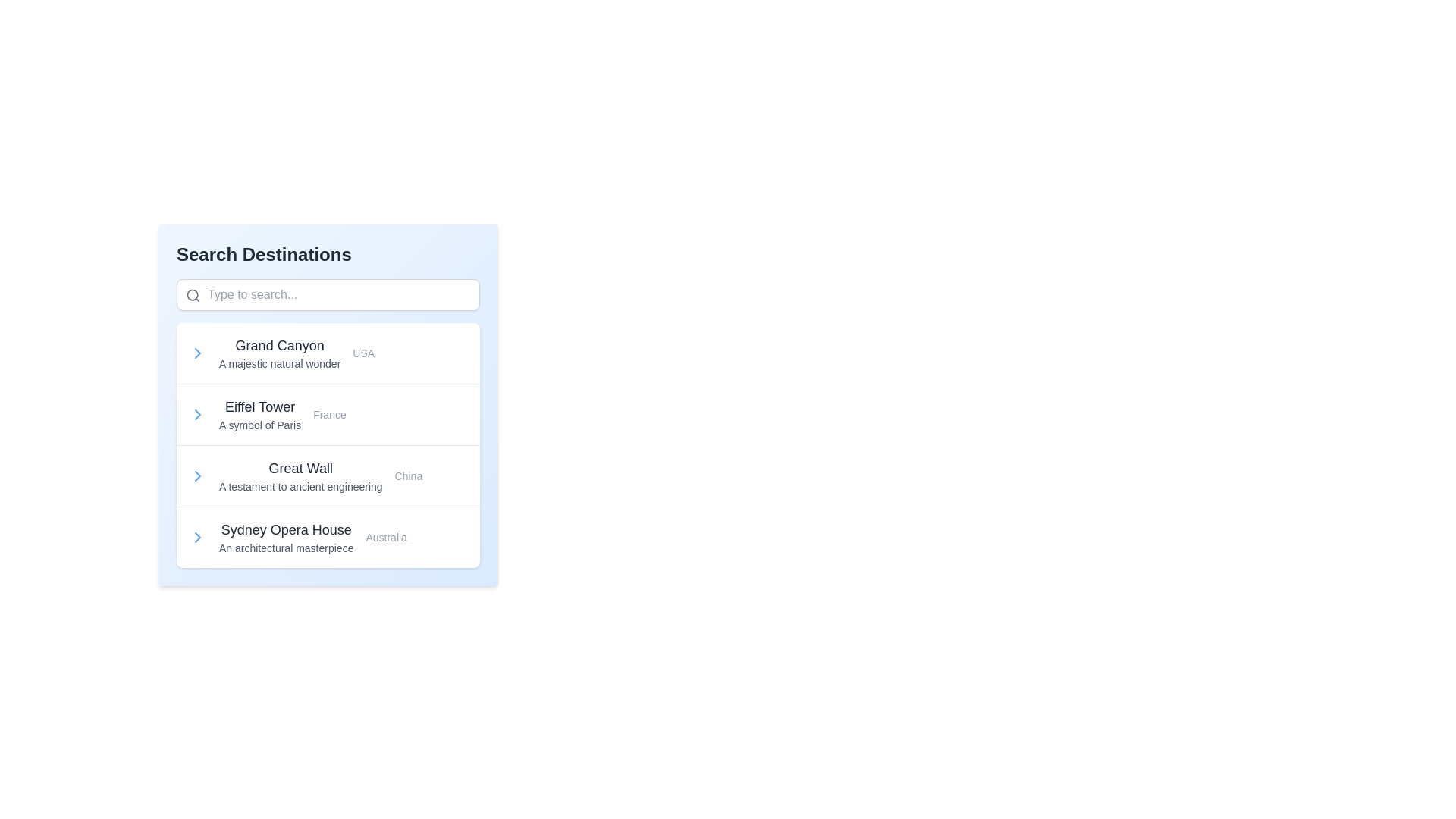  What do you see at coordinates (300, 486) in the screenshot?
I see `descriptive information provided by the Text Label beneath the main title 'Great Wall', which emphasizes its historical significance` at bounding box center [300, 486].